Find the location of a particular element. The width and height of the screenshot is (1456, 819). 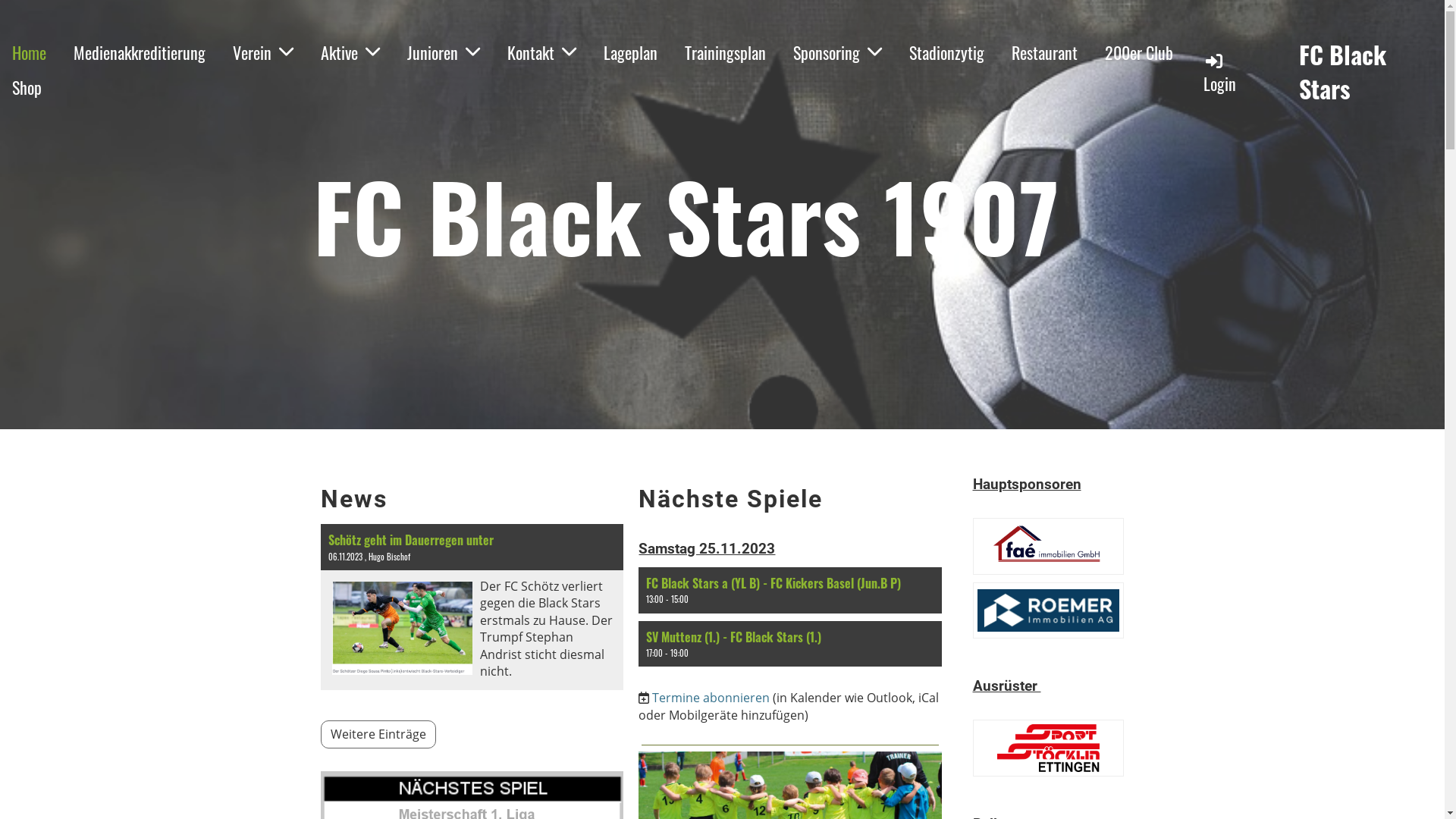

'Termine abonnieren' is located at coordinates (710, 698).